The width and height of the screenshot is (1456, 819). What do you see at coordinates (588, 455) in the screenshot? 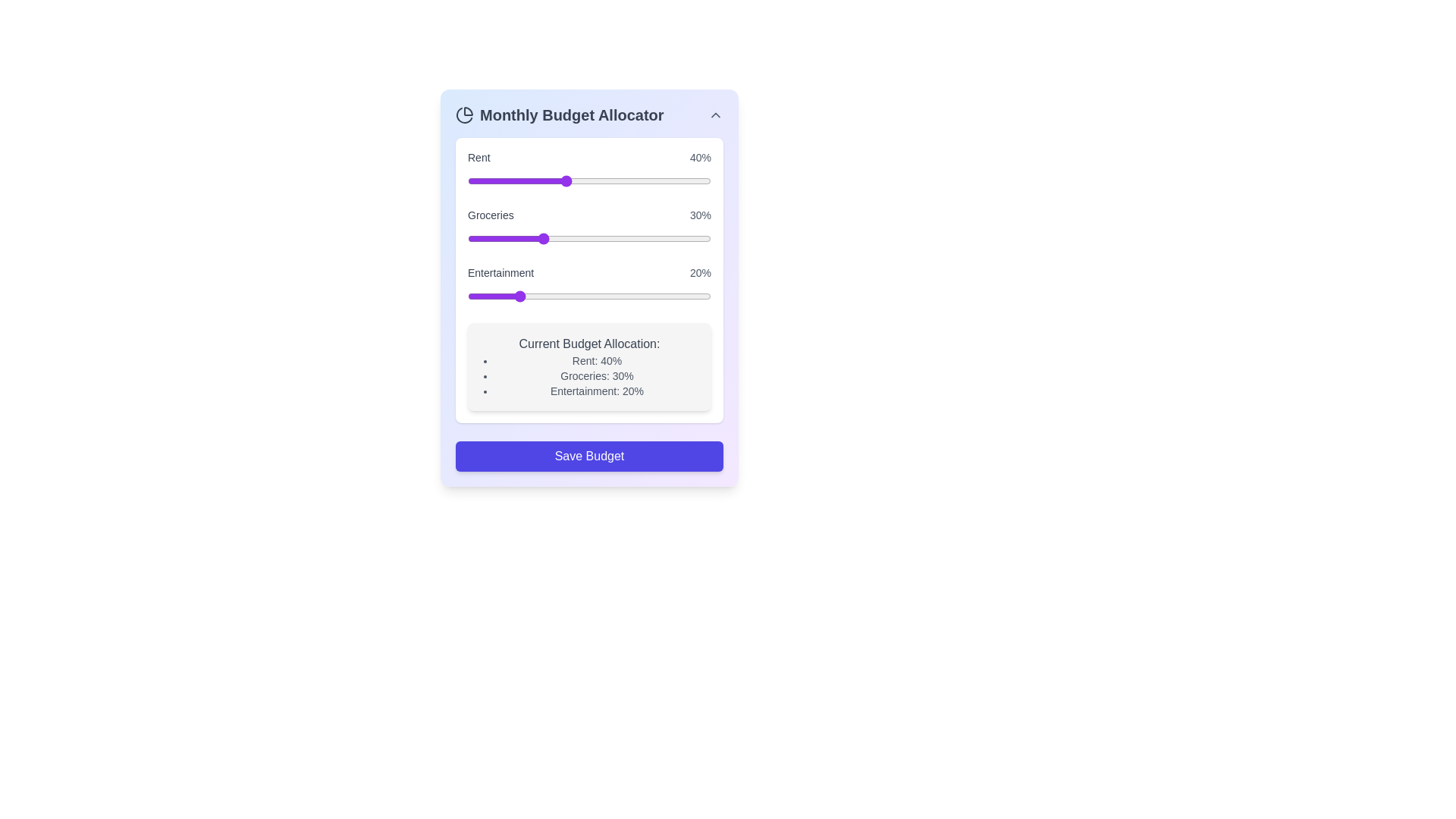
I see `the 'Save Budget' button to save the changes` at bounding box center [588, 455].